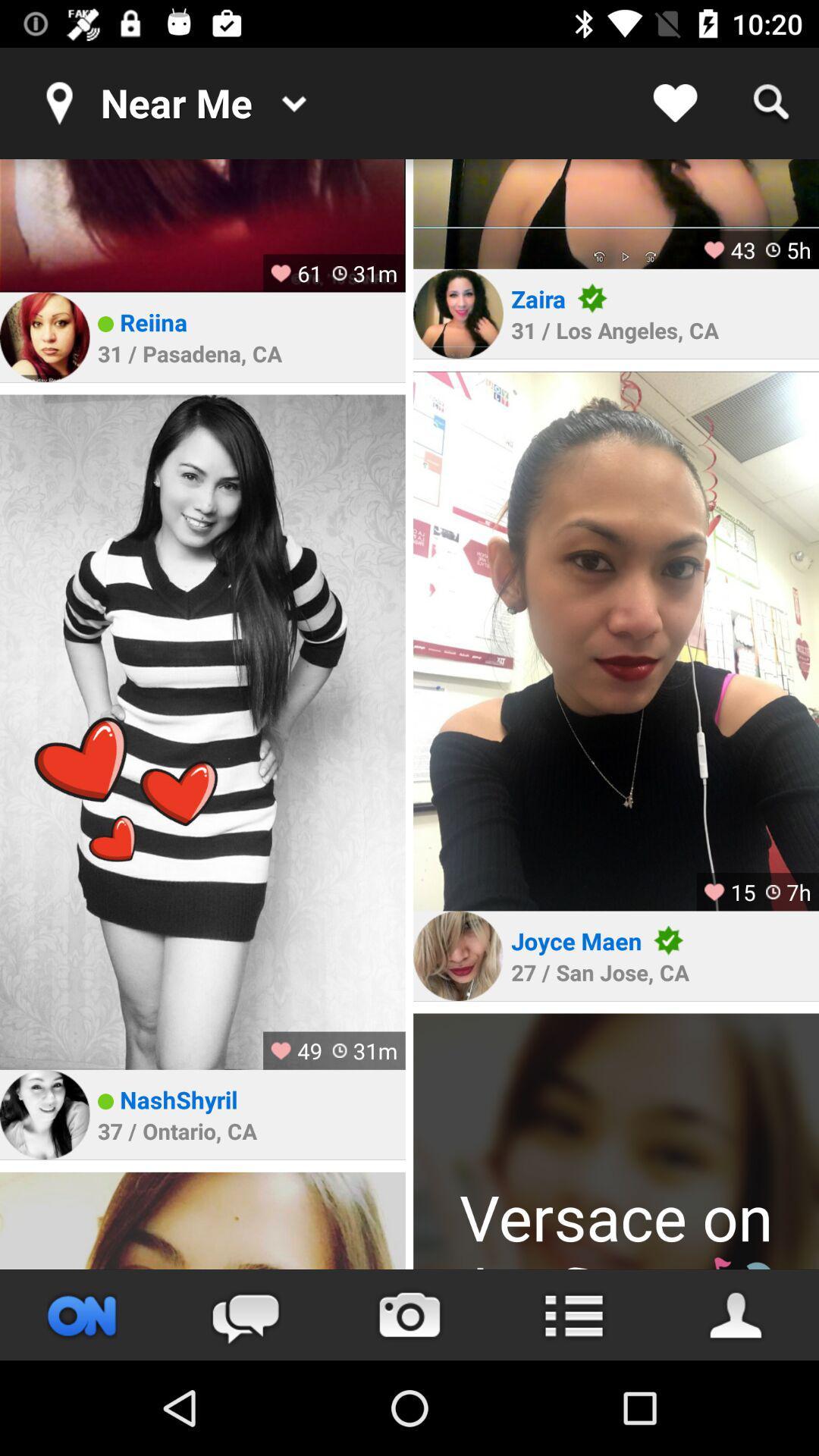 This screenshot has width=819, height=1456. I want to click on click on the imagine option, so click(616, 213).